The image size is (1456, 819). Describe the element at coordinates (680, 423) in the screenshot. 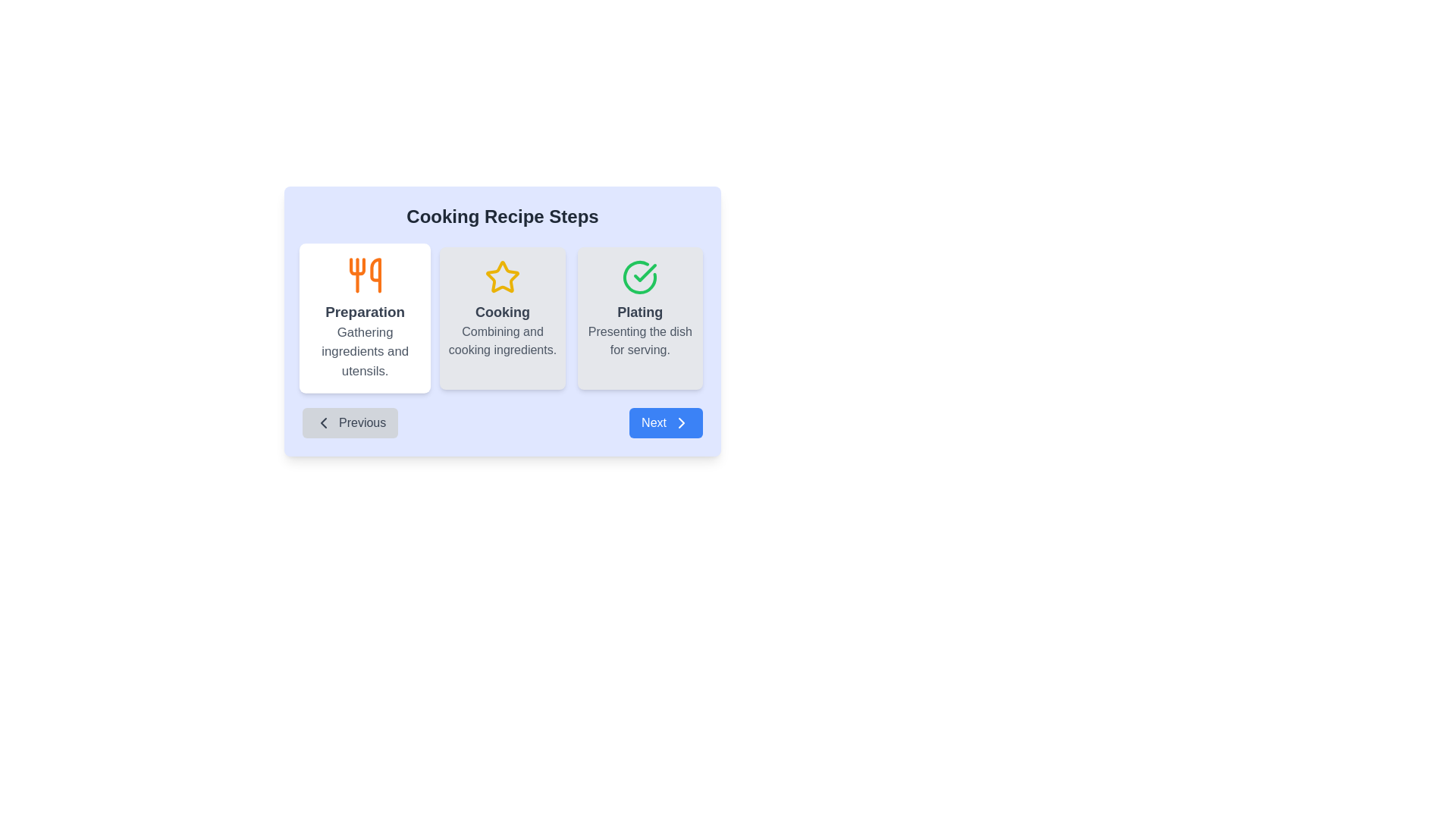

I see `the right-facing chevron icon on the blue background, which is part of the 'Next' button, to proceed to the next step in the Cooking Recipe Steps interface` at that location.